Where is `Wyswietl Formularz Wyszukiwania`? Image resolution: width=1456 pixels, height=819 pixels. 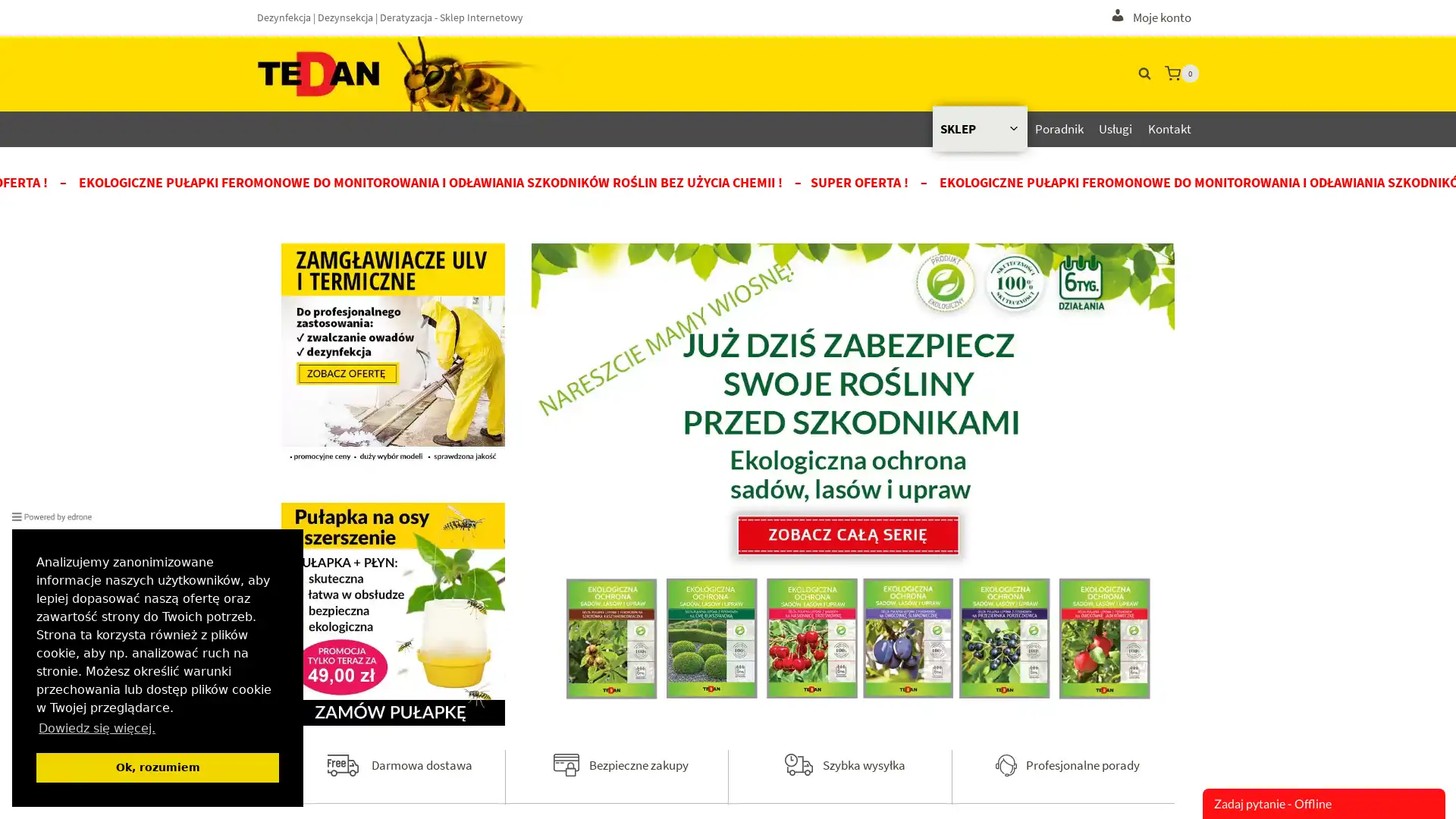
Wyswietl Formularz Wyszukiwania is located at coordinates (1144, 73).